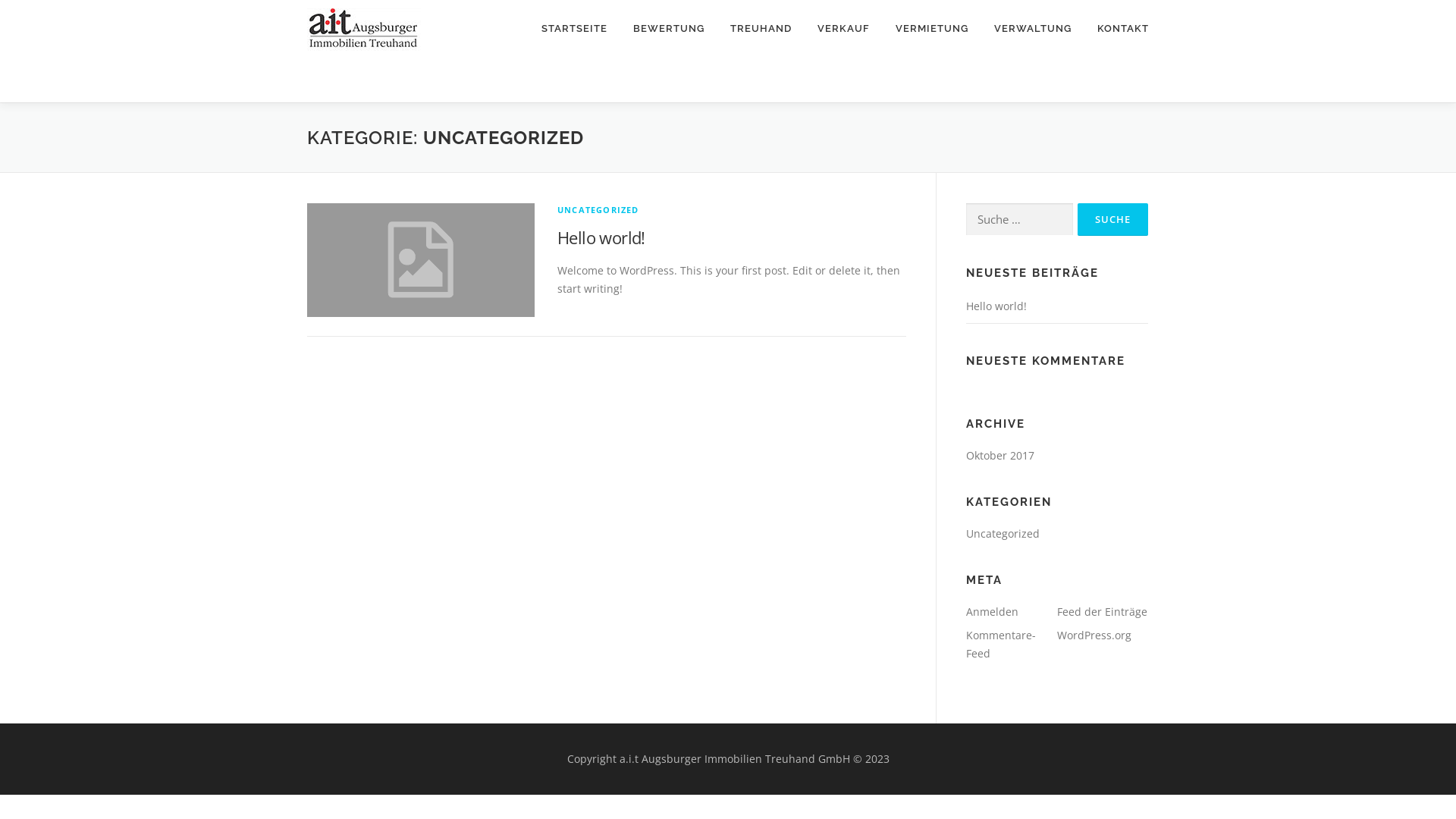 The width and height of the screenshot is (1456, 819). What do you see at coordinates (996, 306) in the screenshot?
I see `'Hello world!'` at bounding box center [996, 306].